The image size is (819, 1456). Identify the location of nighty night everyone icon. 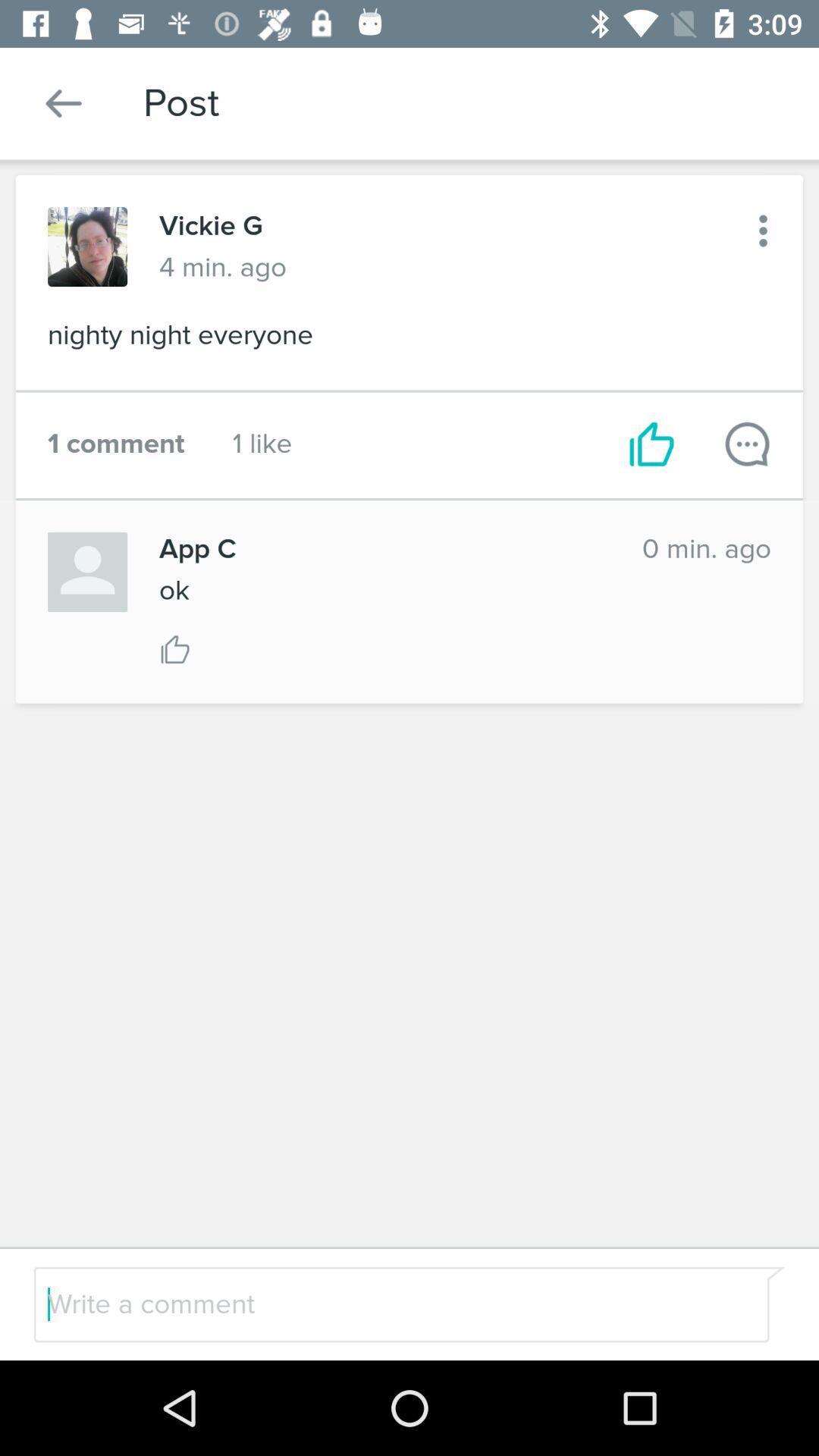
(409, 339).